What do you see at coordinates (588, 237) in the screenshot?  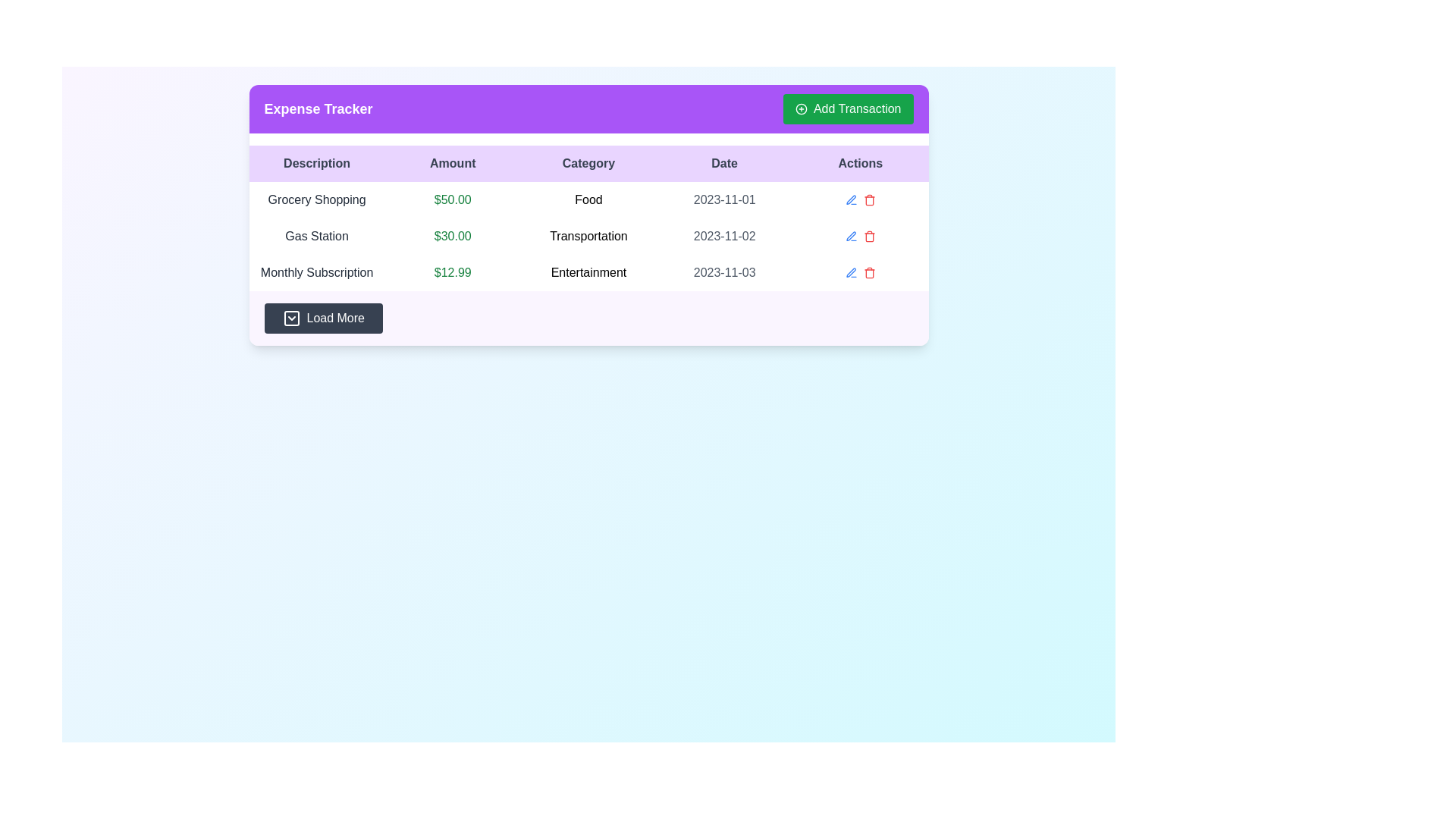 I see `the second row in the table that contains the label 'Gas Station', amount '$30.00', category 'Transportation', and date '2023-11-02' for more details` at bounding box center [588, 237].